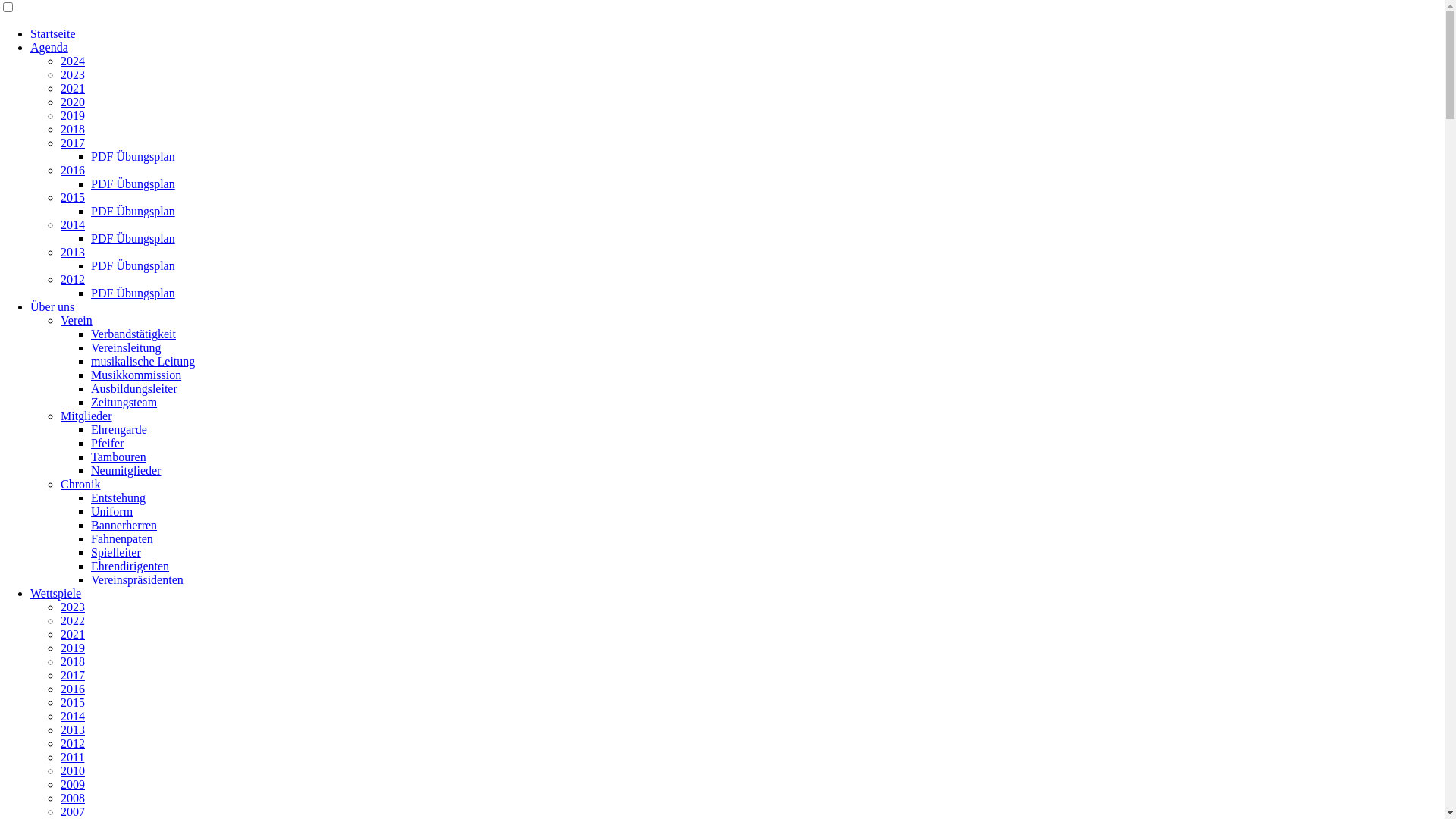 The image size is (1456, 819). Describe the element at coordinates (71, 757) in the screenshot. I see `'2011'` at that location.